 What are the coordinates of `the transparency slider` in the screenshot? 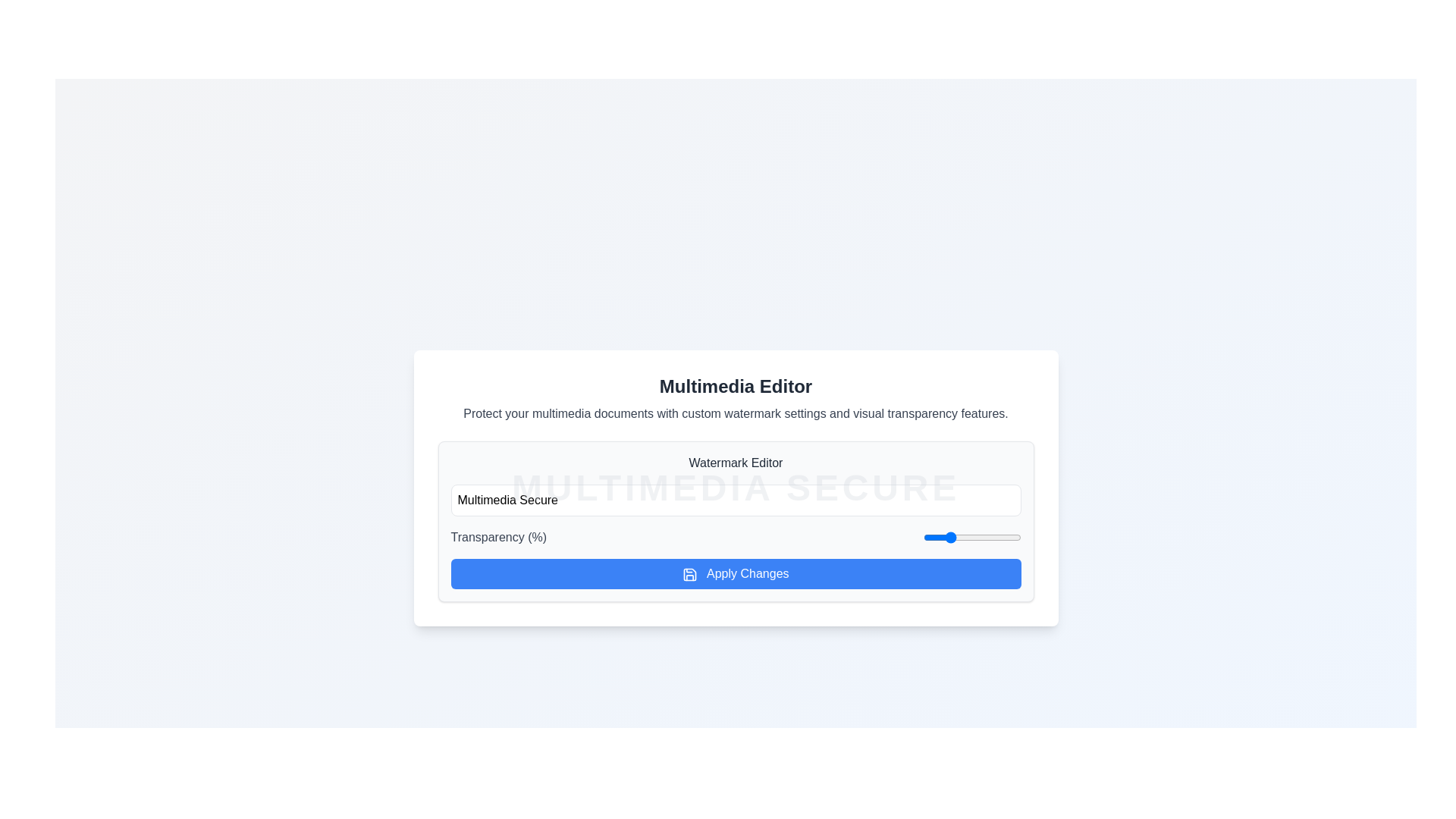 It's located at (924, 537).